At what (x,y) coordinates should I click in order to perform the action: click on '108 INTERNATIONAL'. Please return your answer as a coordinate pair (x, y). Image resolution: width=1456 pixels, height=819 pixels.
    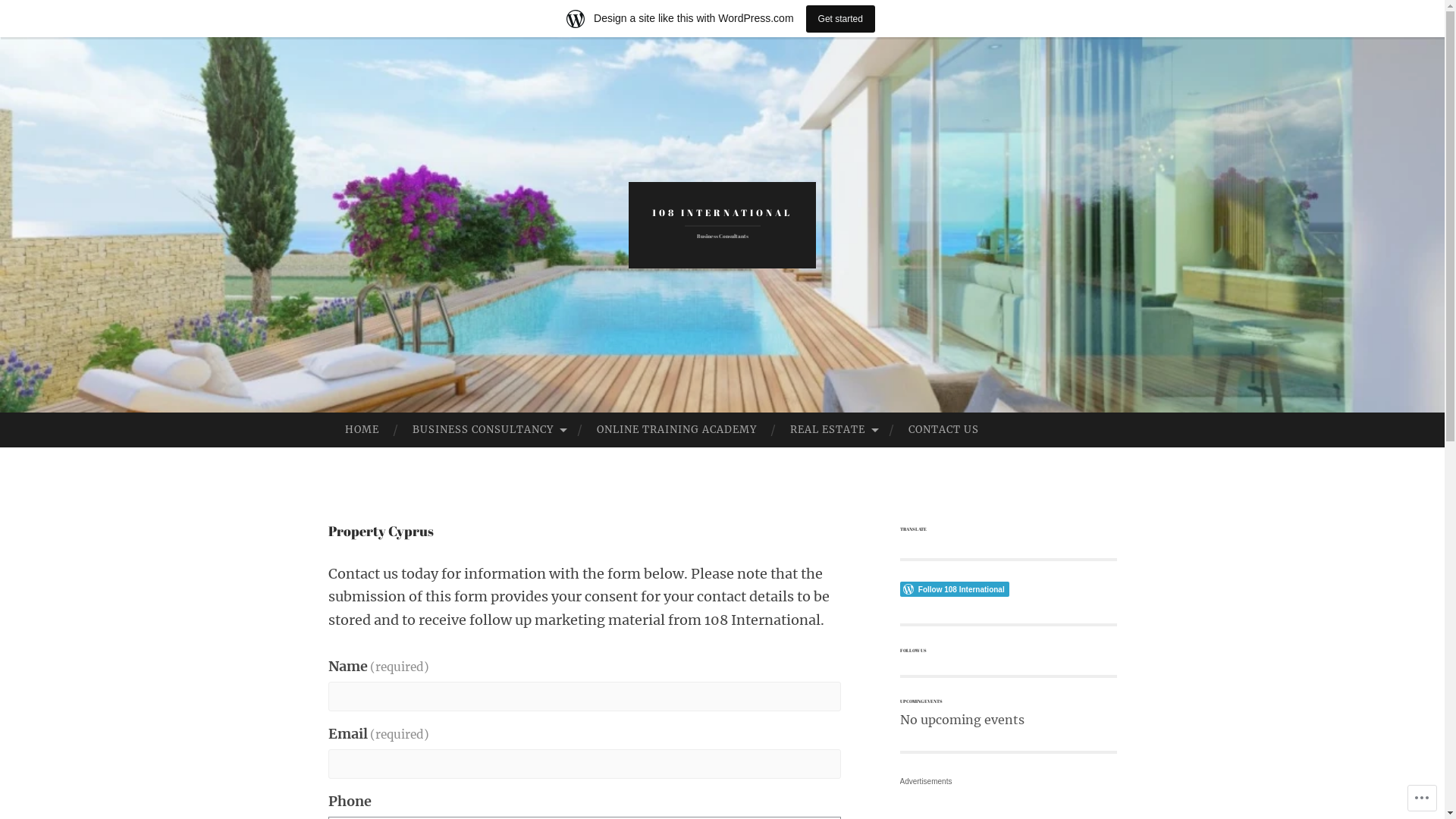
    Looking at the image, I should click on (721, 212).